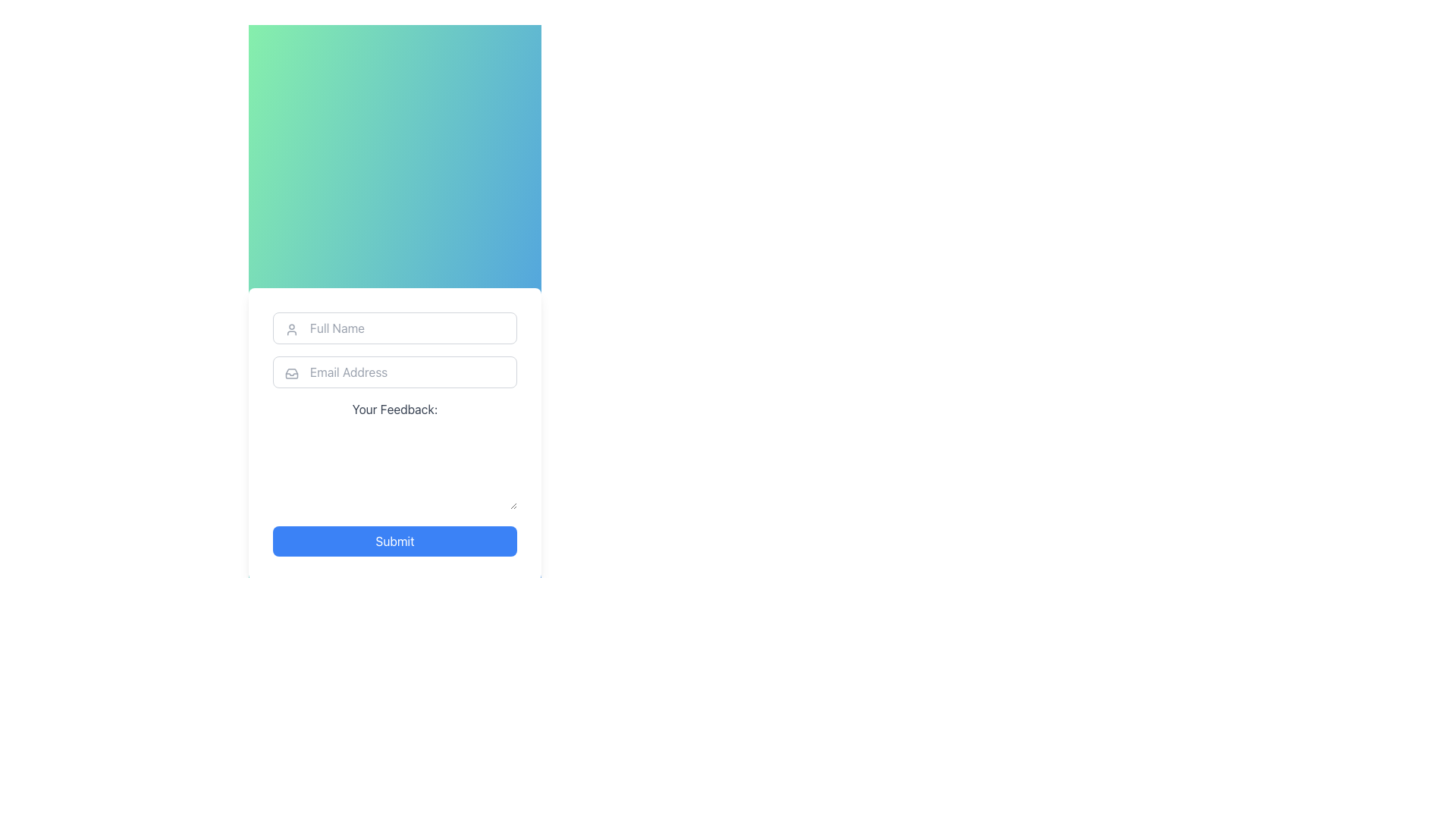 This screenshot has width=1456, height=819. What do you see at coordinates (291, 374) in the screenshot?
I see `the small light gray inbox icon located to the left of the Email Address input field` at bounding box center [291, 374].